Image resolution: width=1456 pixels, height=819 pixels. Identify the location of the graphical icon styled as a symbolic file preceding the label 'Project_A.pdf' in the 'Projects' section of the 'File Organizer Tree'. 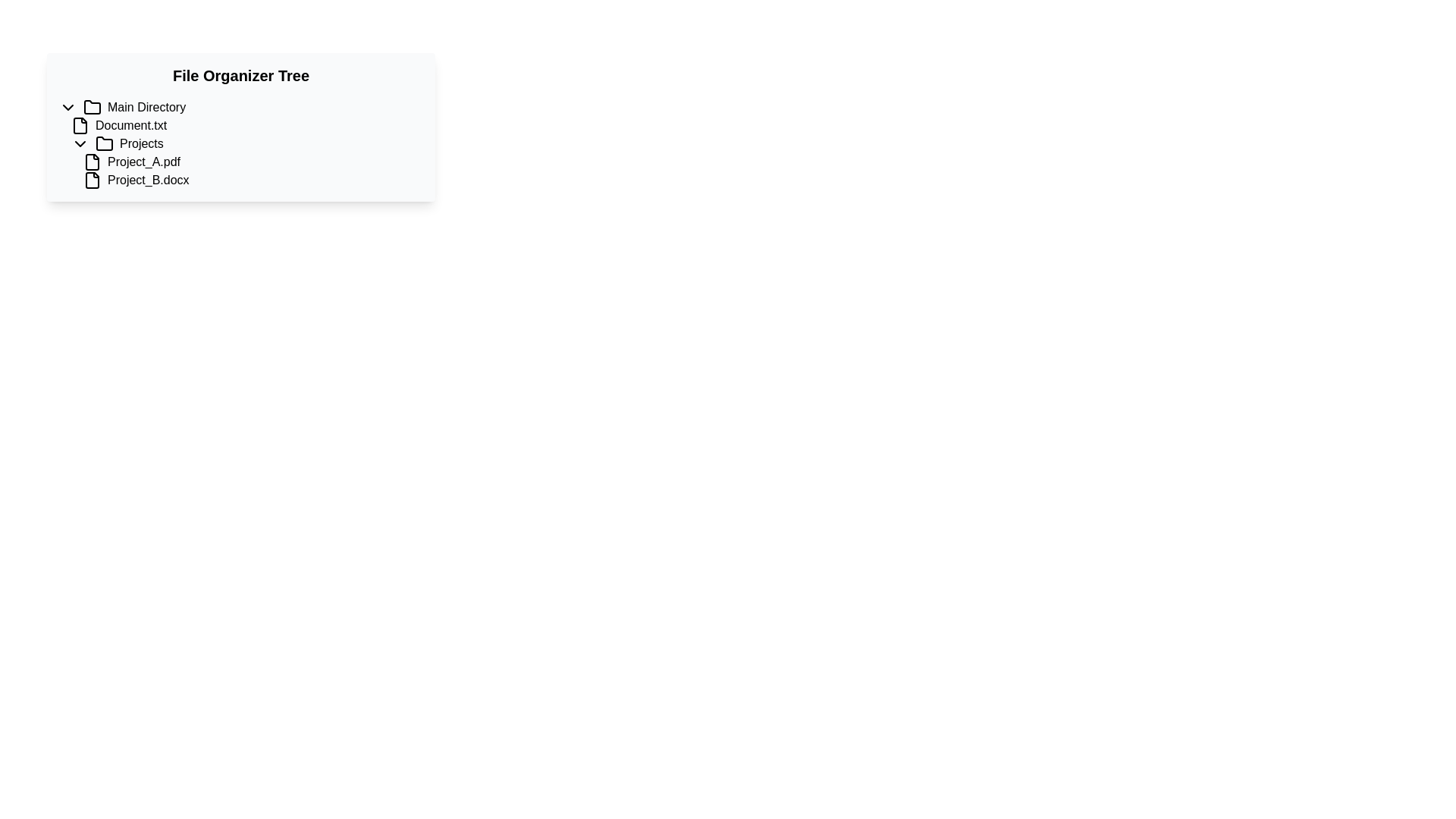
(91, 162).